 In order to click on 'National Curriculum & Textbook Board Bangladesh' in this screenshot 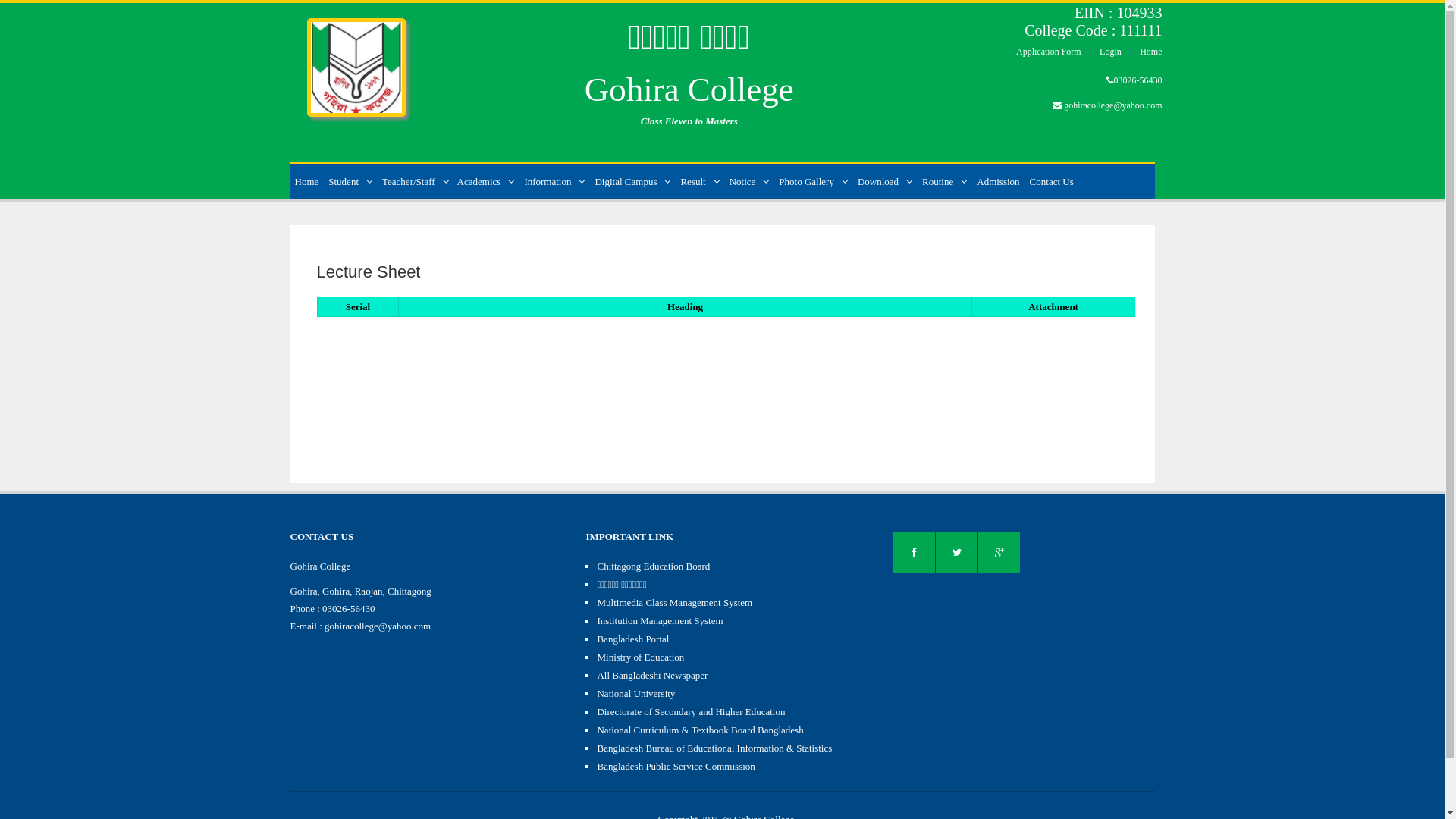, I will do `click(698, 729)`.